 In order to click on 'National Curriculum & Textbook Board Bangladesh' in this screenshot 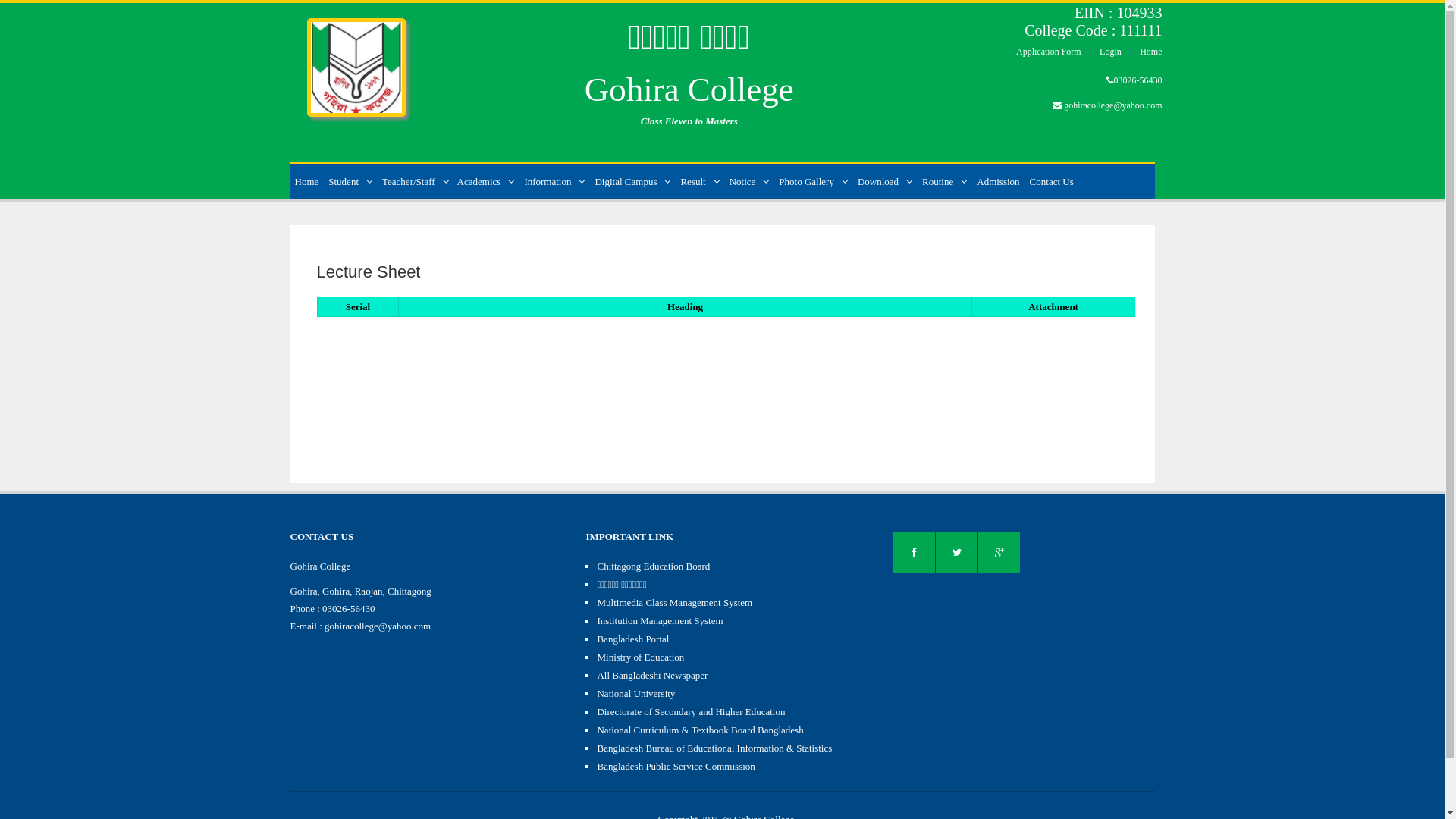, I will do `click(698, 729)`.